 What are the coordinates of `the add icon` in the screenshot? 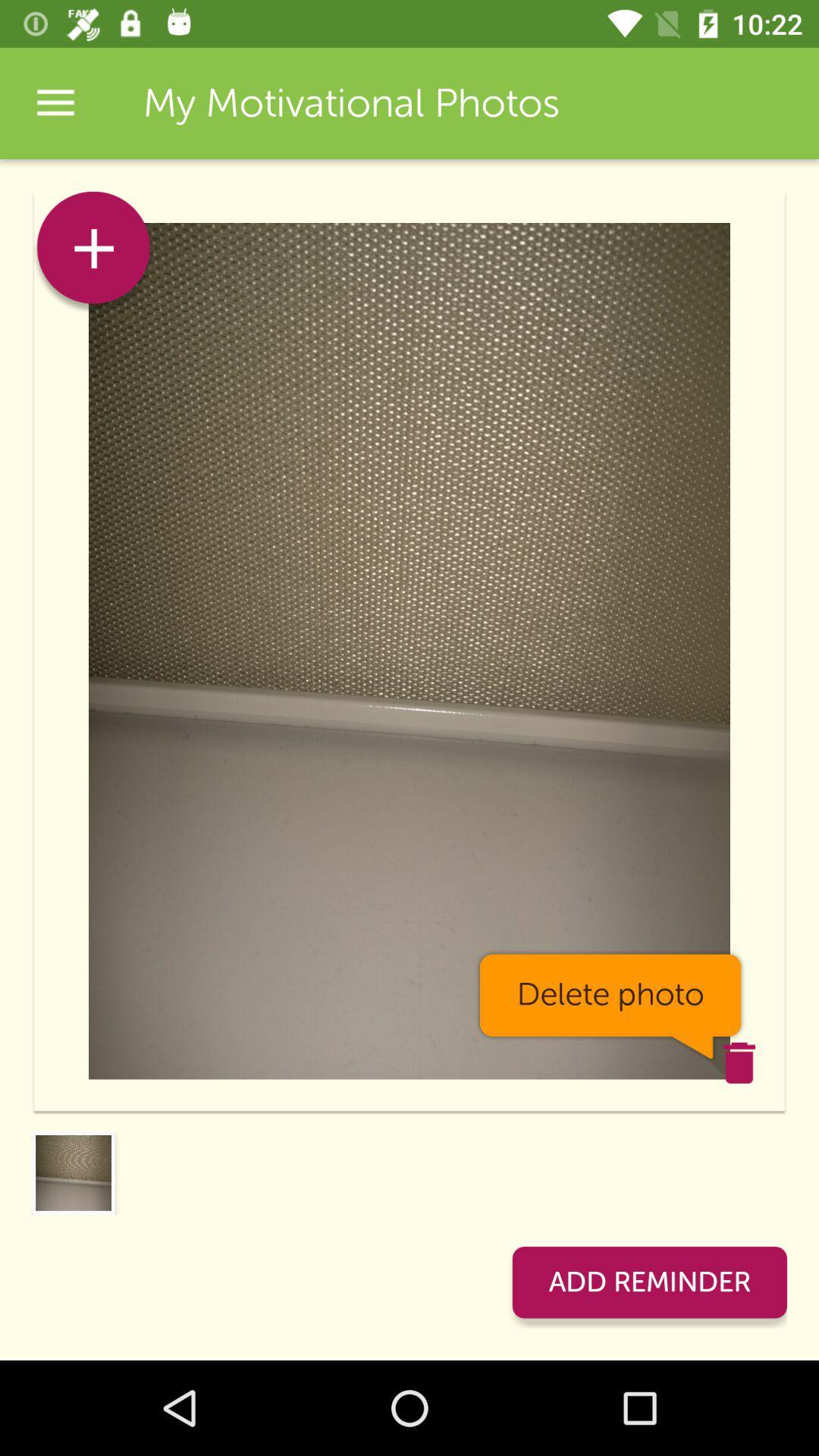 It's located at (93, 253).